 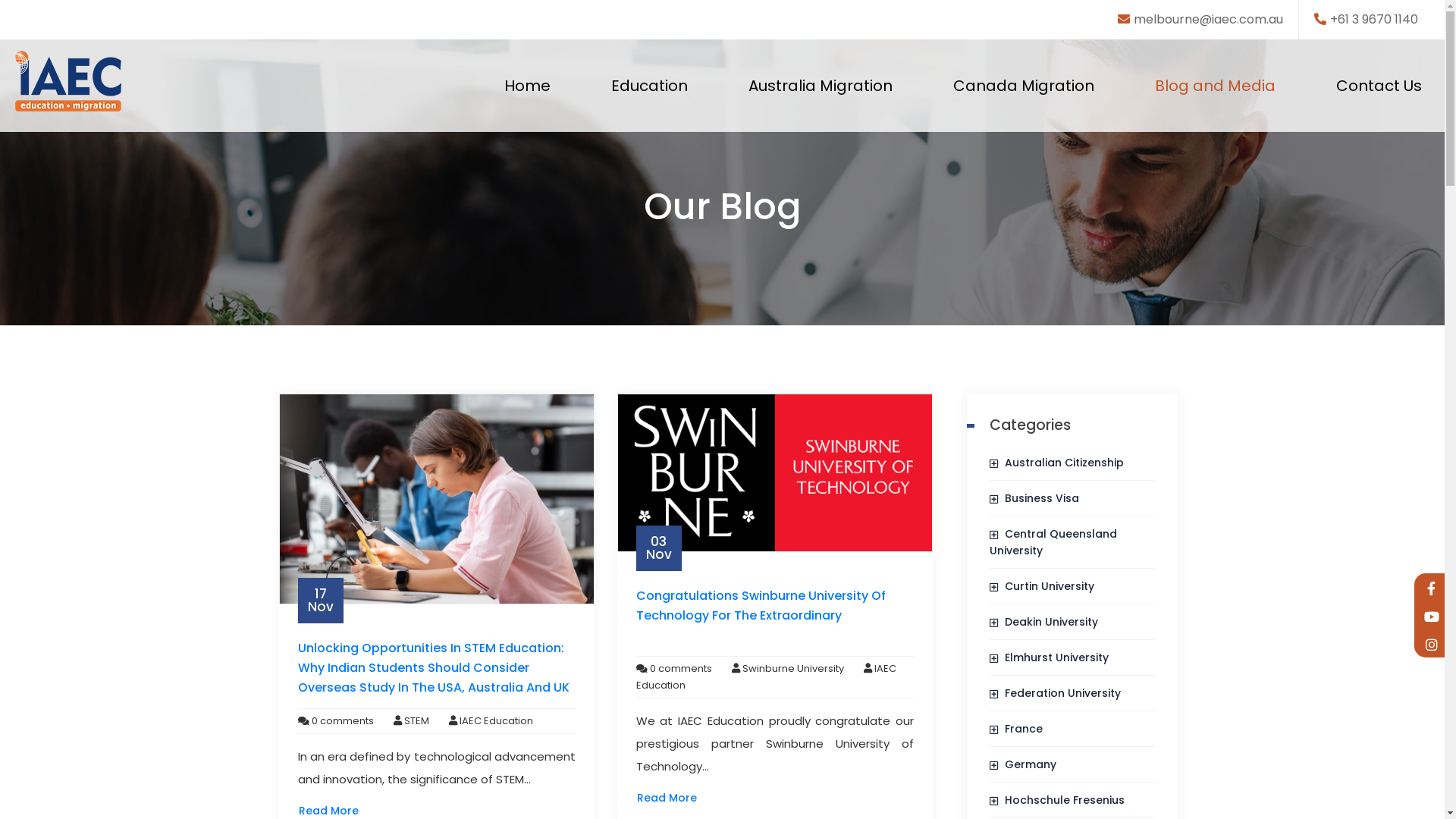 What do you see at coordinates (1147, 85) in the screenshot?
I see `'Blog and Media'` at bounding box center [1147, 85].